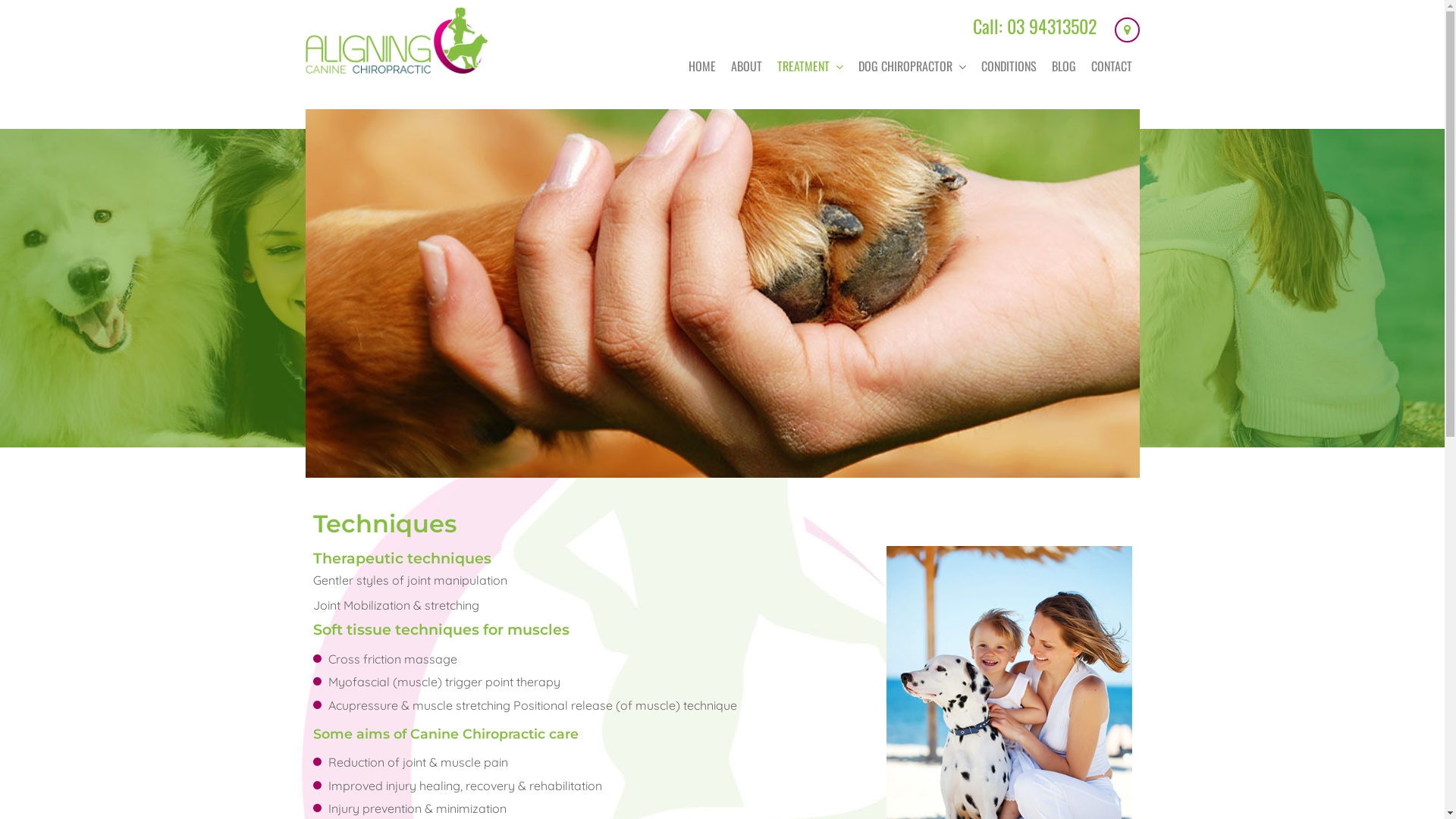 Image resolution: width=1456 pixels, height=819 pixels. Describe the element at coordinates (701, 65) in the screenshot. I see `'HOME'` at that location.